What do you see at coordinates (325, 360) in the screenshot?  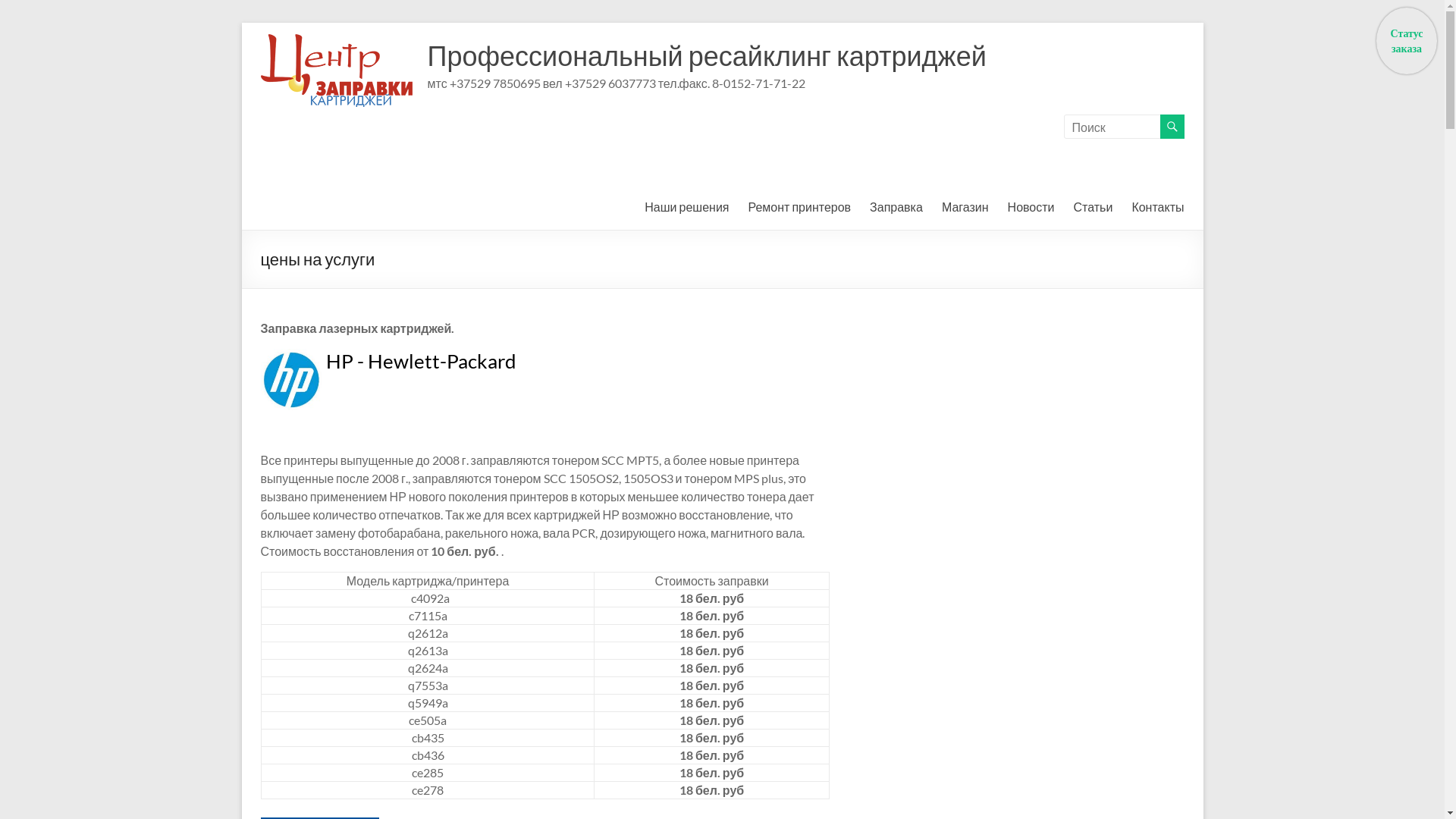 I see `'HP - Hewlett-Packard'` at bounding box center [325, 360].